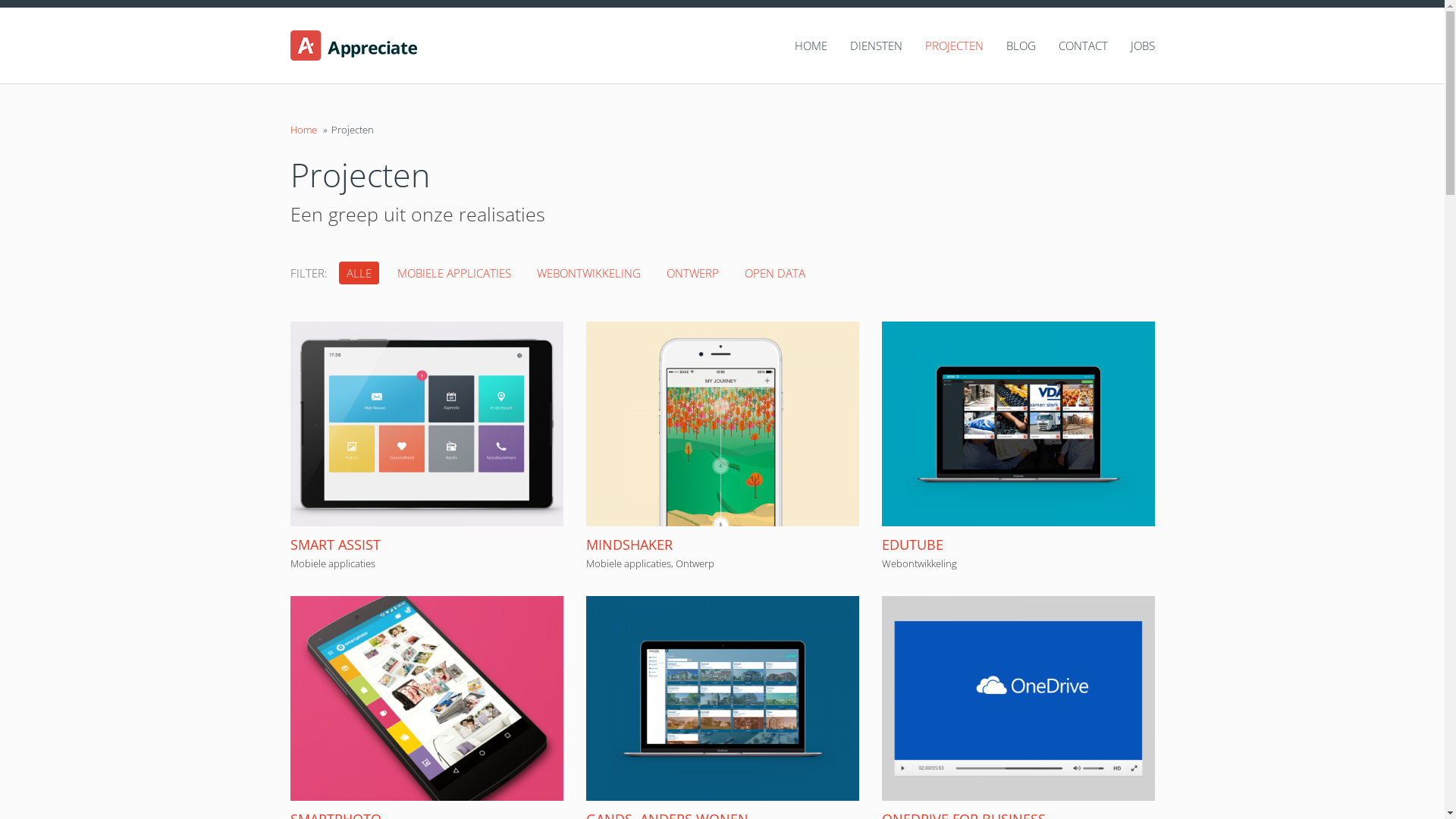  Describe the element at coordinates (775, 271) in the screenshot. I see `'OPEN DATA'` at that location.